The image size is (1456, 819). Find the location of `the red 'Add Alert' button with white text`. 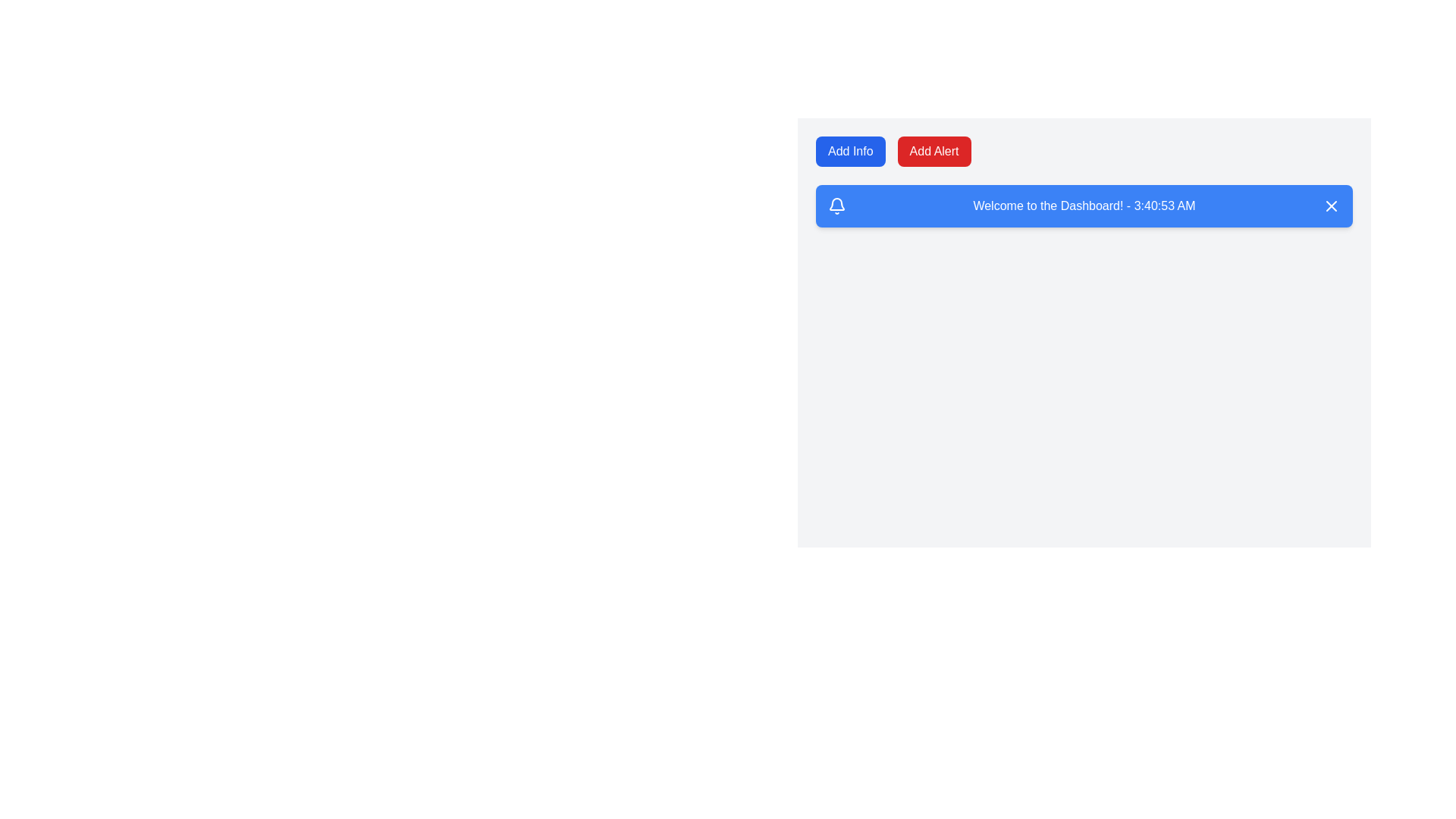

the red 'Add Alert' button with white text is located at coordinates (934, 152).